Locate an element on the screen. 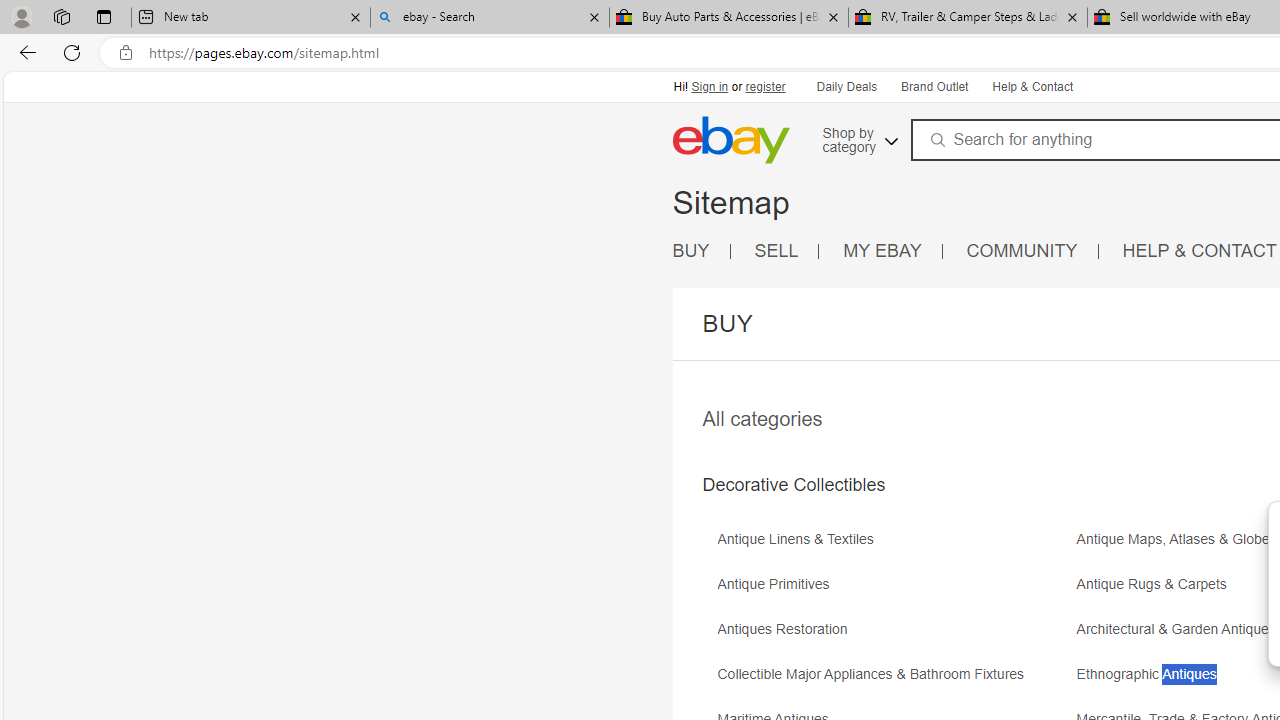 This screenshot has width=1280, height=720. 'Daily Deals' is located at coordinates (847, 87).